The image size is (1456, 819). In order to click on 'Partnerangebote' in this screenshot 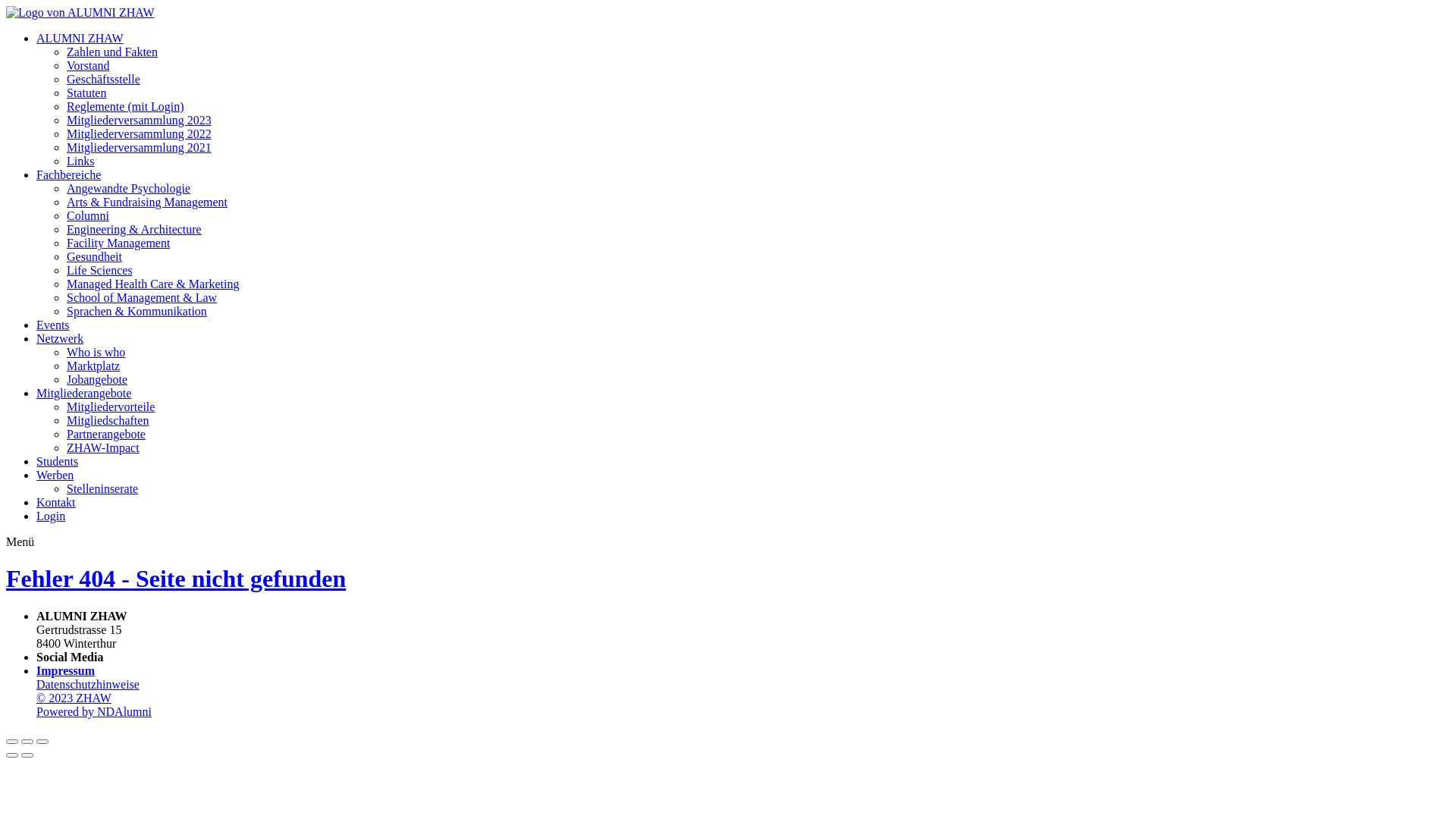, I will do `click(105, 434)`.